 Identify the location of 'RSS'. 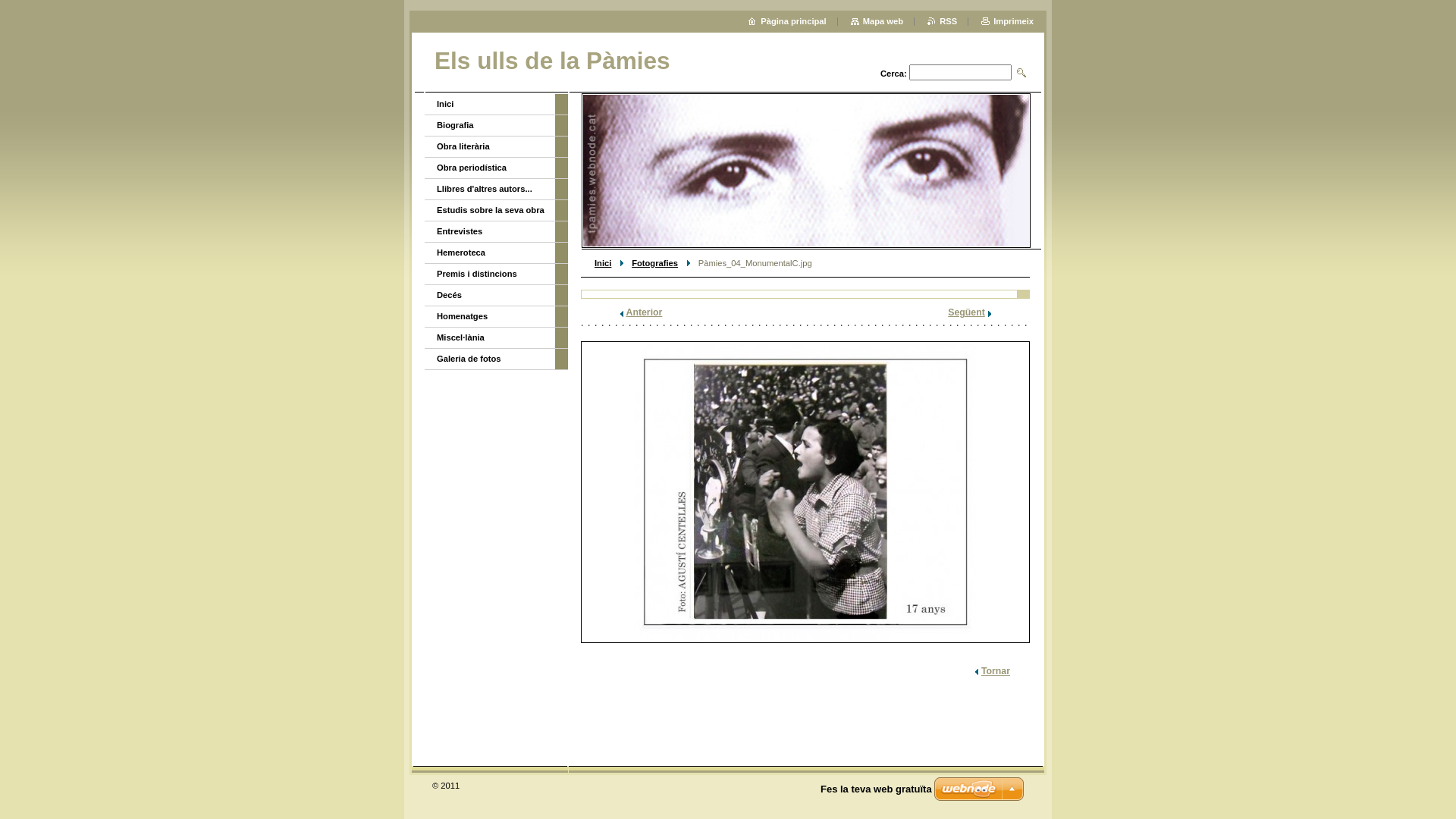
(941, 20).